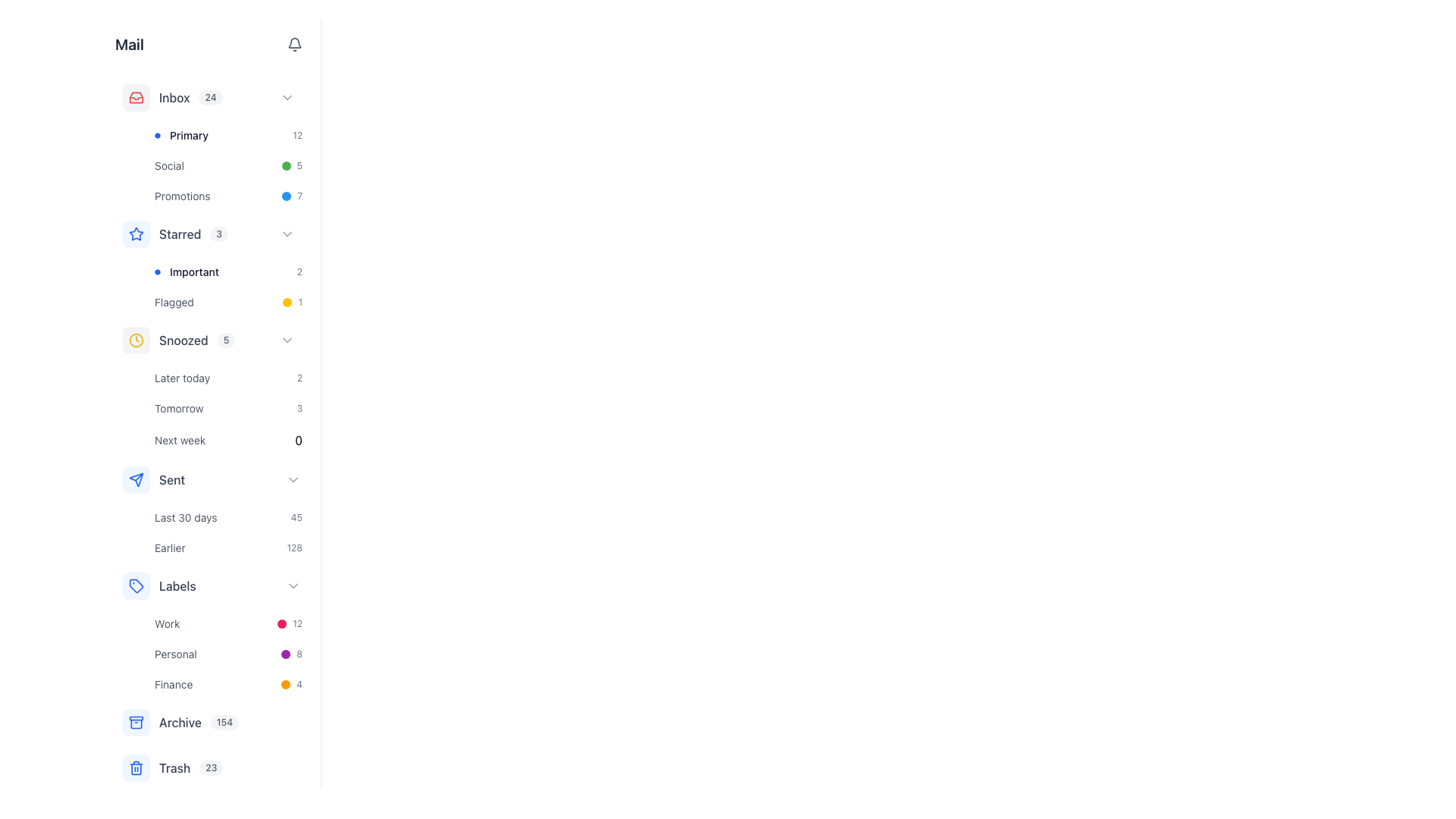 Image resolution: width=1456 pixels, height=819 pixels. I want to click on the first clickable list item in the 'Labels' section of the sidebar, which represents the 'Work' category for filtering emails, so click(227, 623).